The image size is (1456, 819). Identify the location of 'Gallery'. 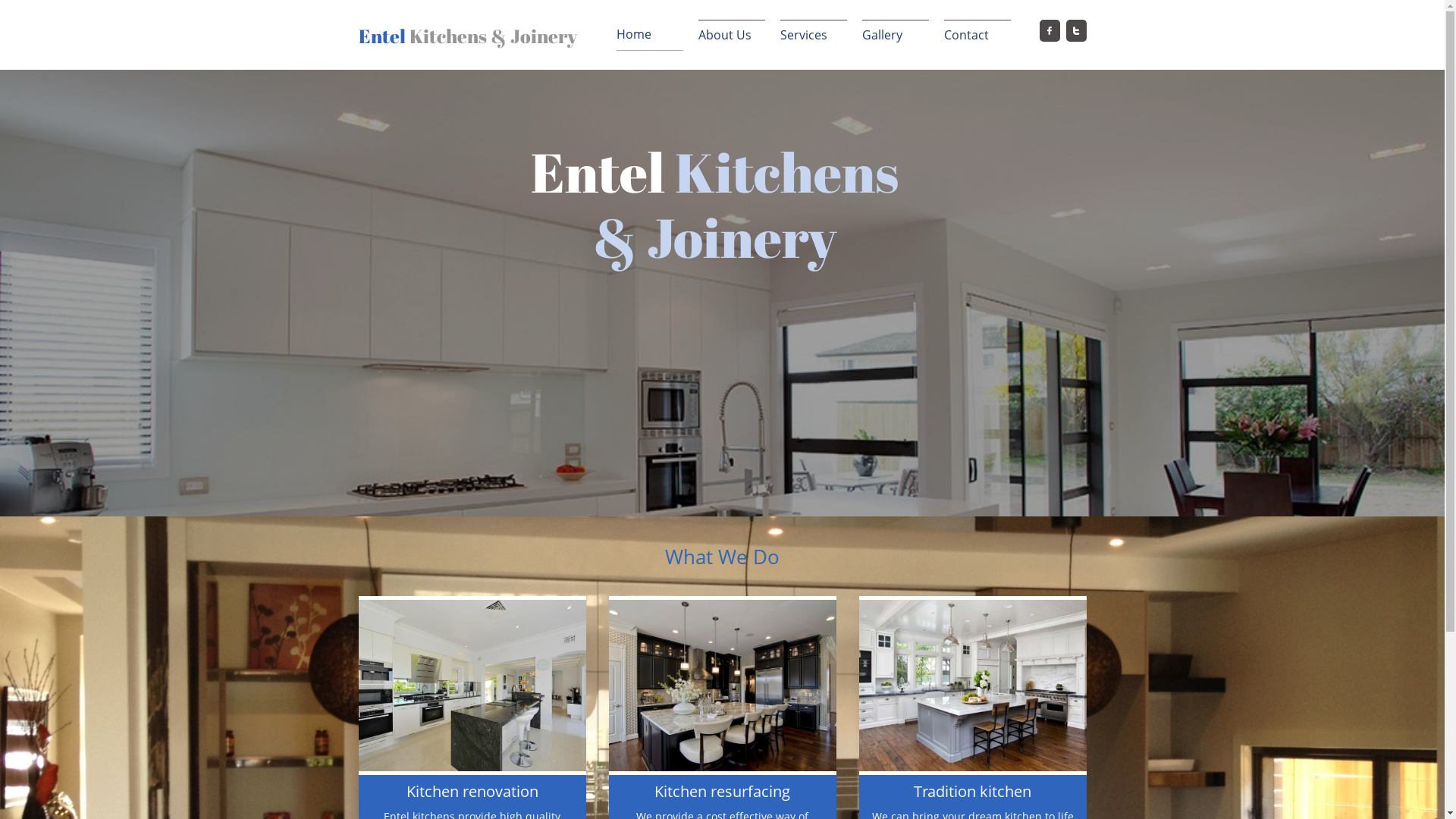
(895, 34).